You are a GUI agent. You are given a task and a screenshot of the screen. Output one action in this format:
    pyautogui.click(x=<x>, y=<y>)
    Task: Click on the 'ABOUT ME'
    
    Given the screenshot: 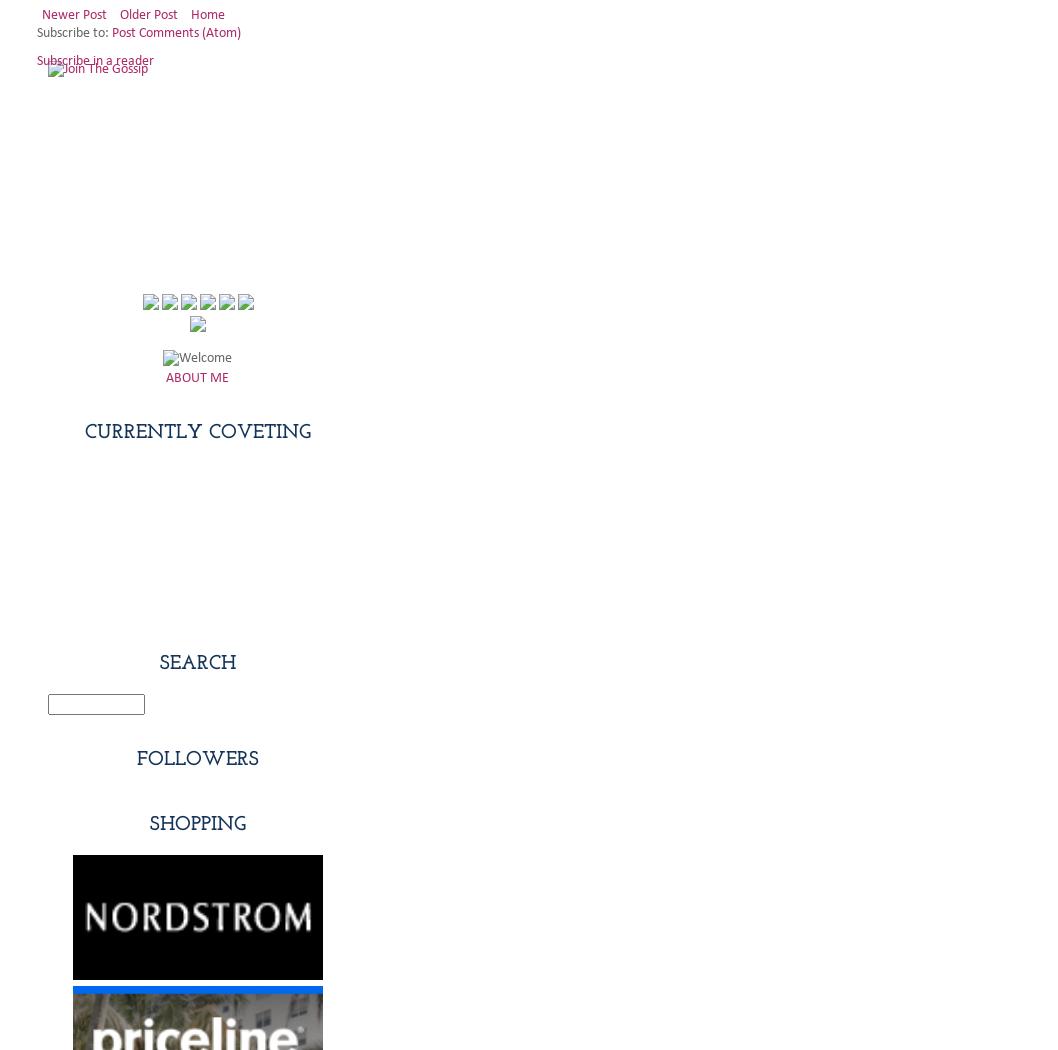 What is the action you would take?
    pyautogui.click(x=197, y=377)
    